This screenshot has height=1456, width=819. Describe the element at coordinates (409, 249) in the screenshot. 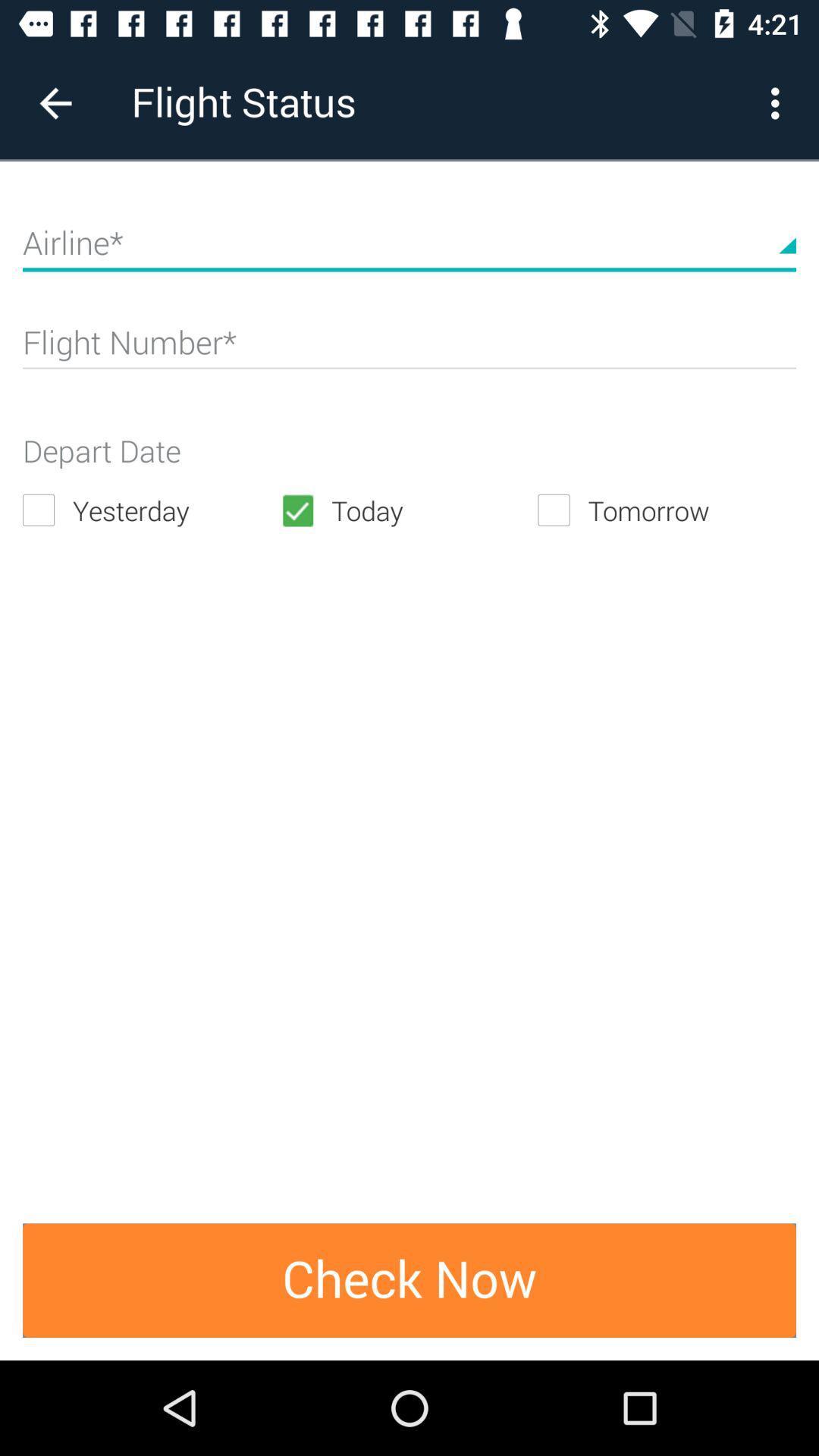

I see `name of airline` at that location.